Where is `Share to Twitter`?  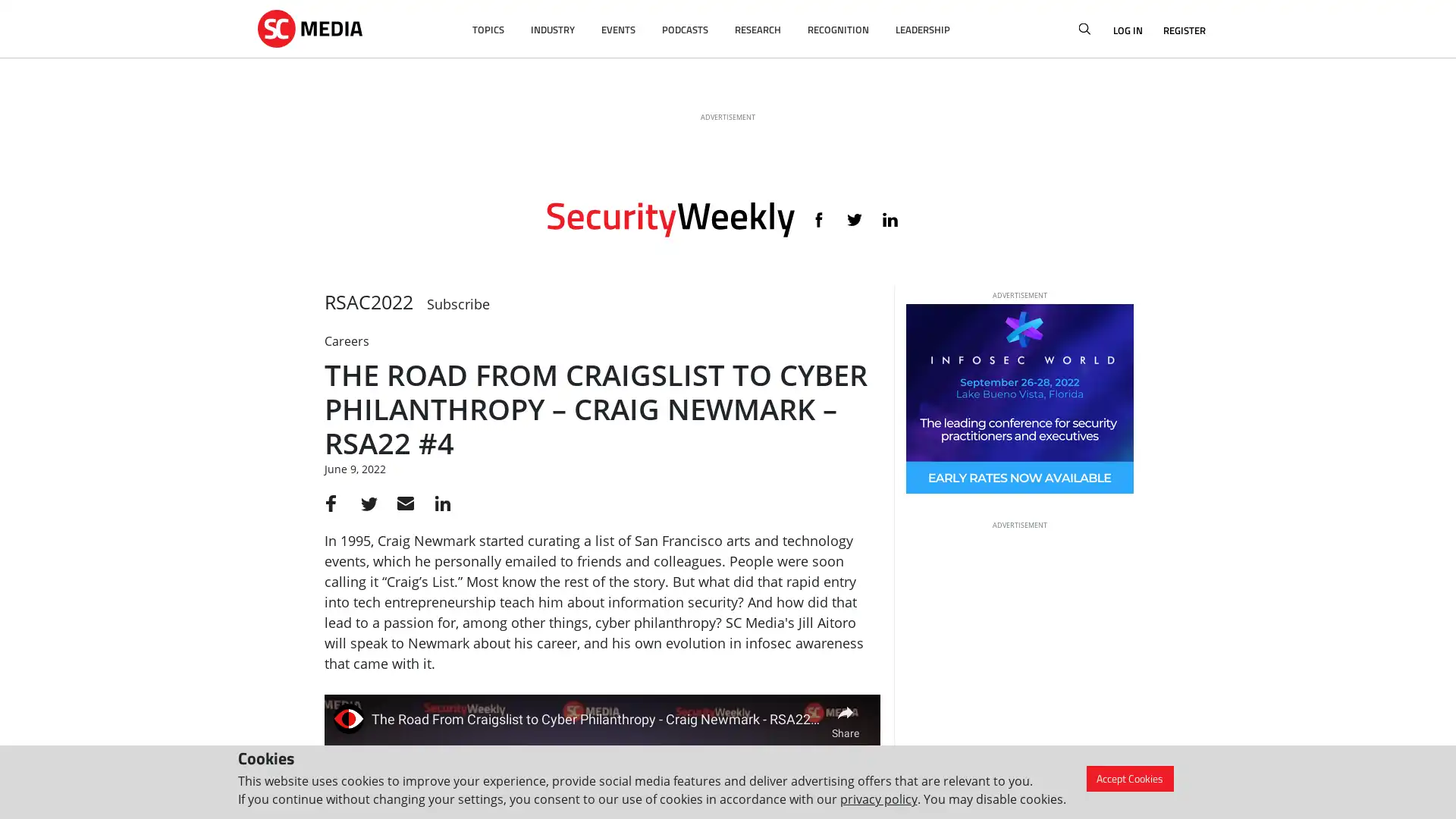 Share to Twitter is located at coordinates (366, 503).